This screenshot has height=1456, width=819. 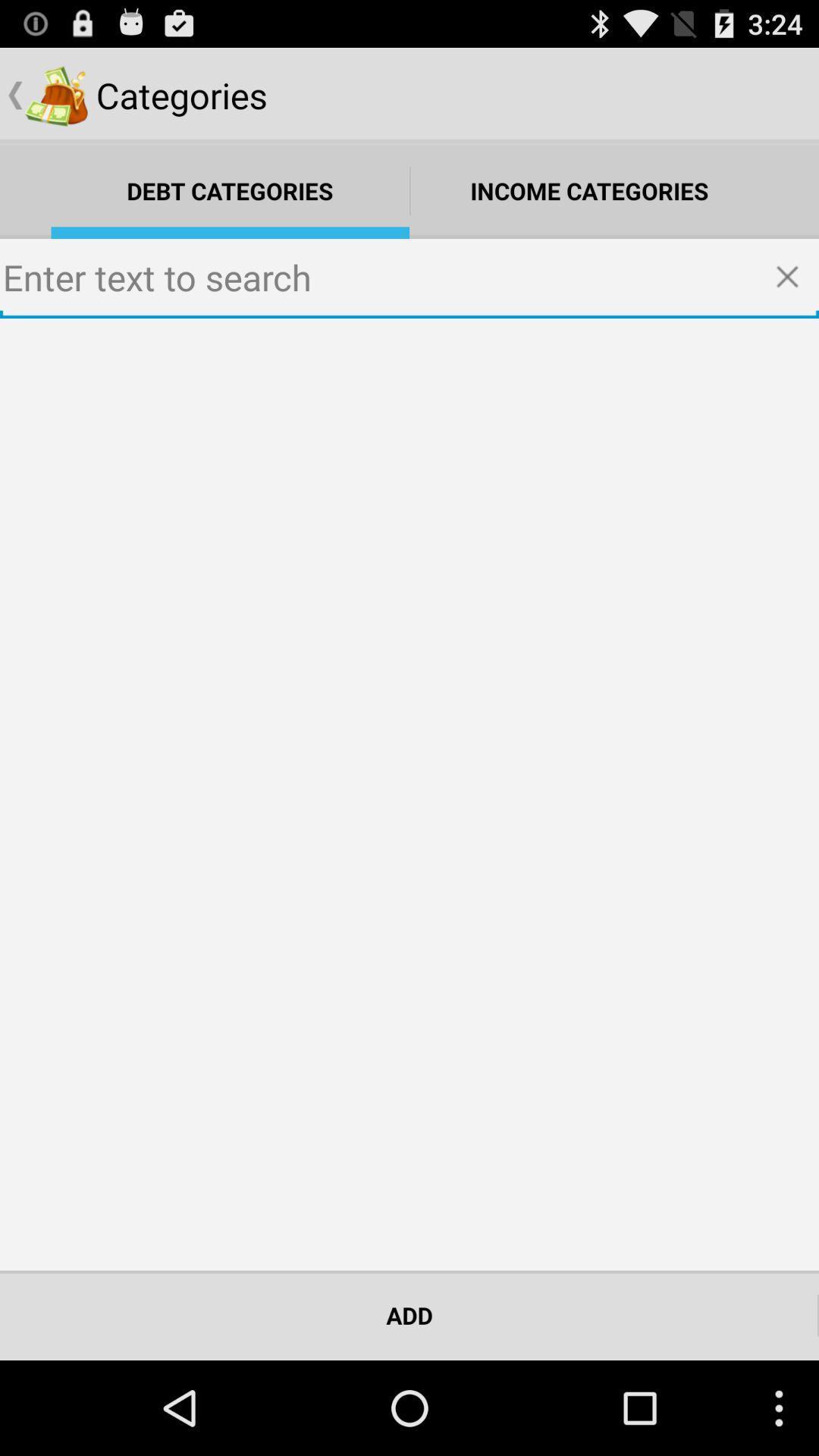 I want to click on item at the center, so click(x=409, y=793).